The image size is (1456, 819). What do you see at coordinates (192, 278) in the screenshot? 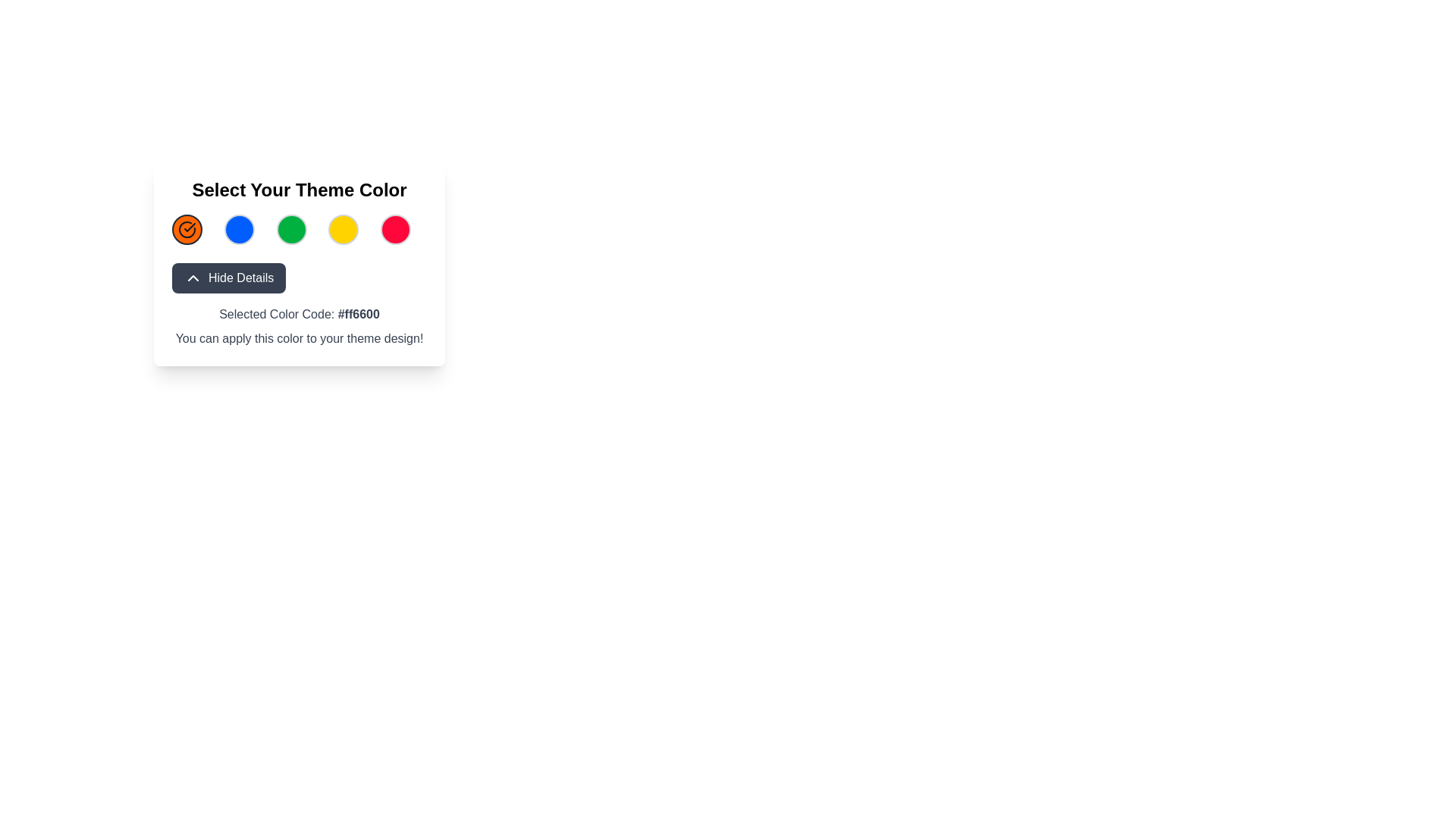
I see `the collapse/hide details icon located on the left side of the 'Hide Details' button, positioned below the color selection icons` at bounding box center [192, 278].